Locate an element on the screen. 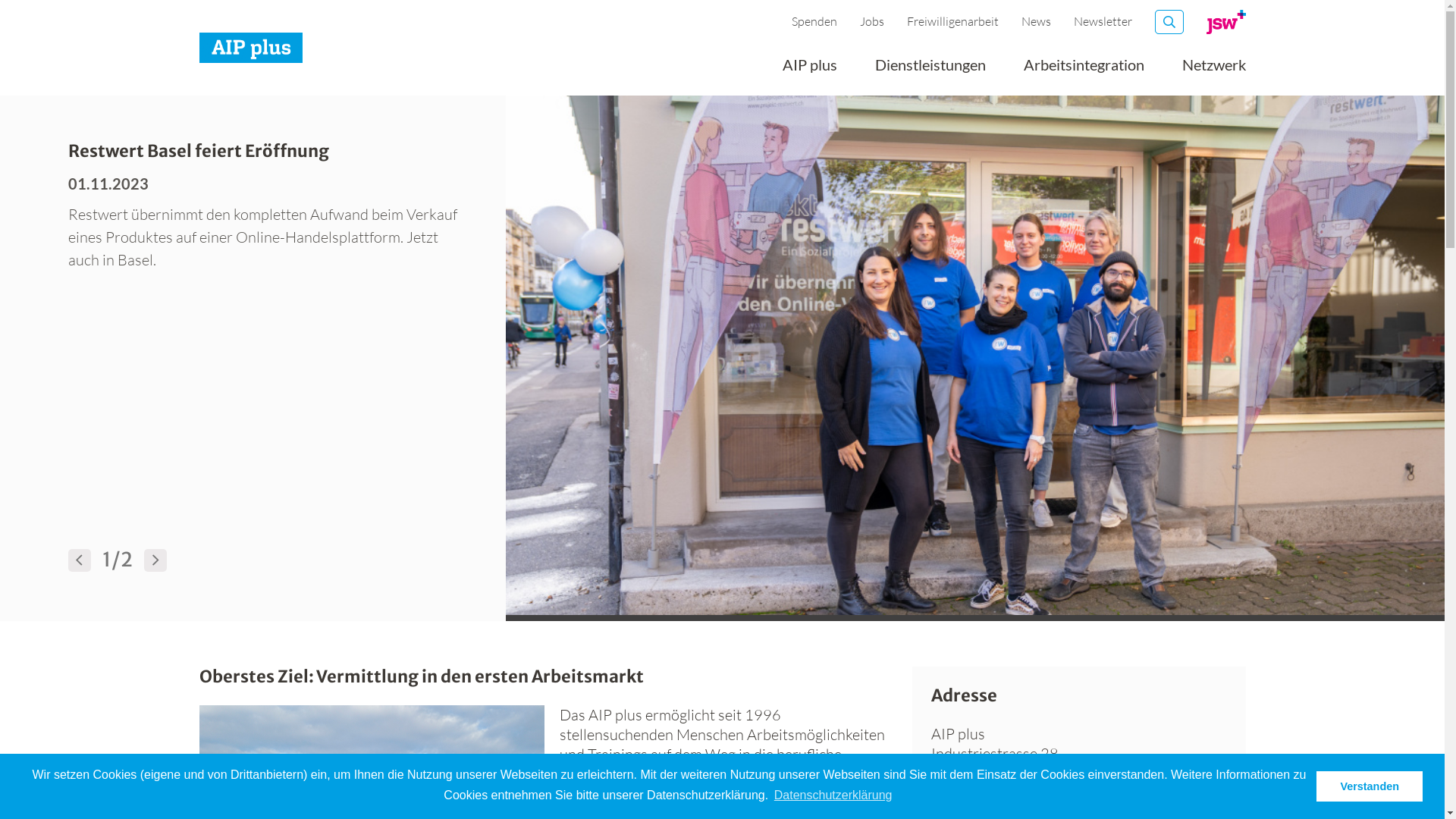 The width and height of the screenshot is (1456, 819). 'Dienstleistungen' is located at coordinates (930, 70).